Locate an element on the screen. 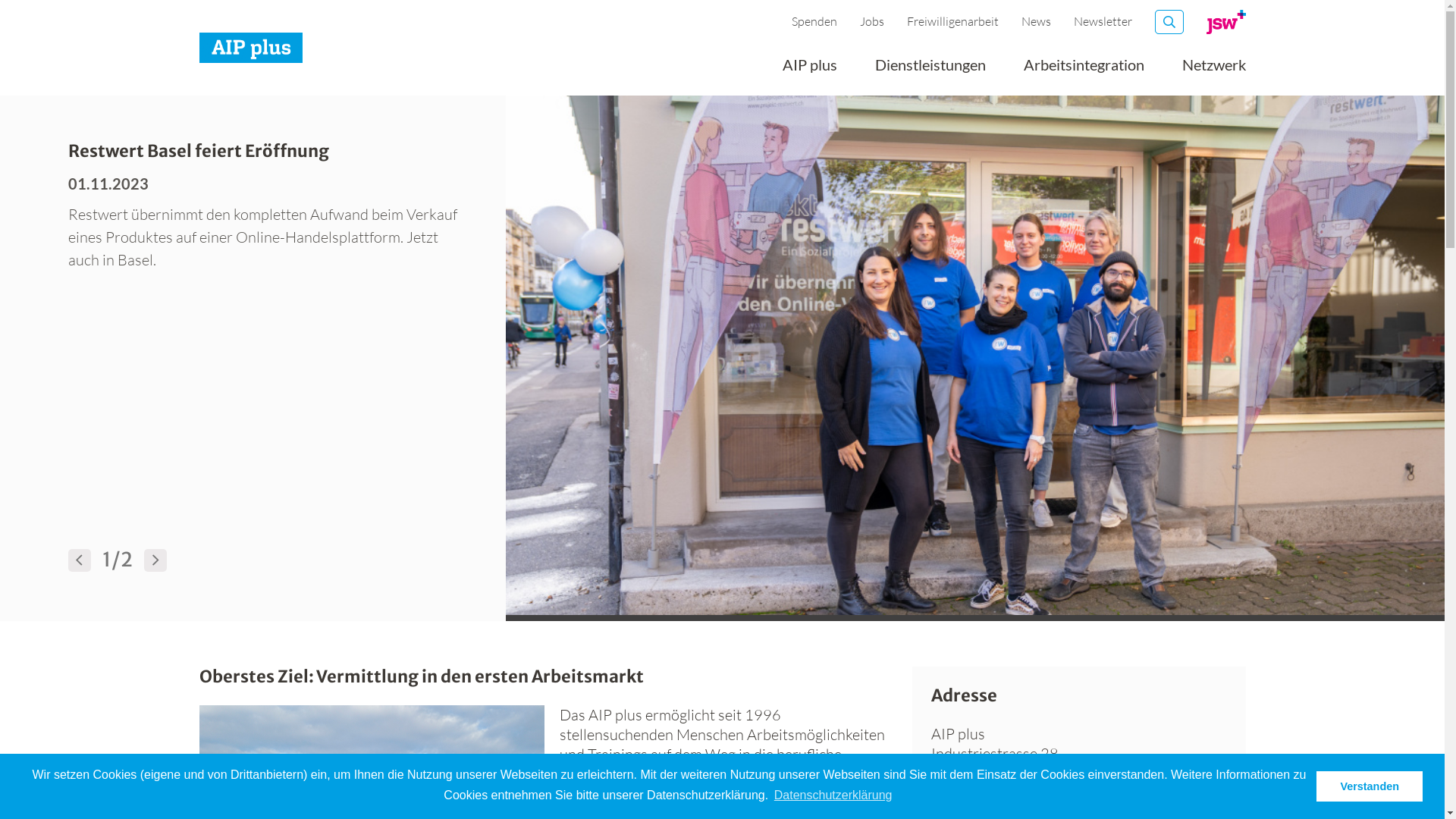 The width and height of the screenshot is (1456, 819). 'Dienstleistungen' is located at coordinates (930, 70).